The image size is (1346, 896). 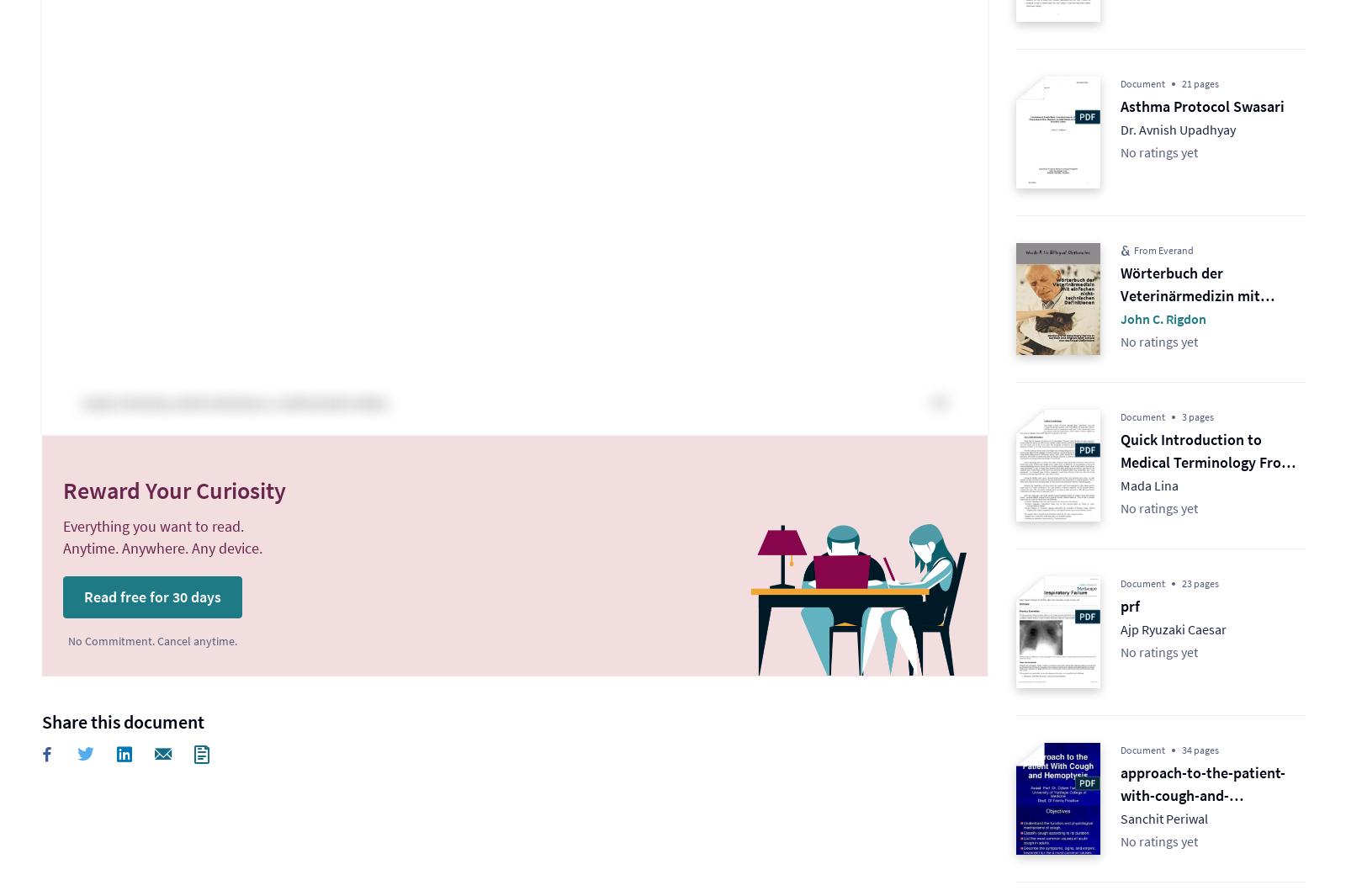 I want to click on 'Anytime. Anywhere. Any device.', so click(x=162, y=547).